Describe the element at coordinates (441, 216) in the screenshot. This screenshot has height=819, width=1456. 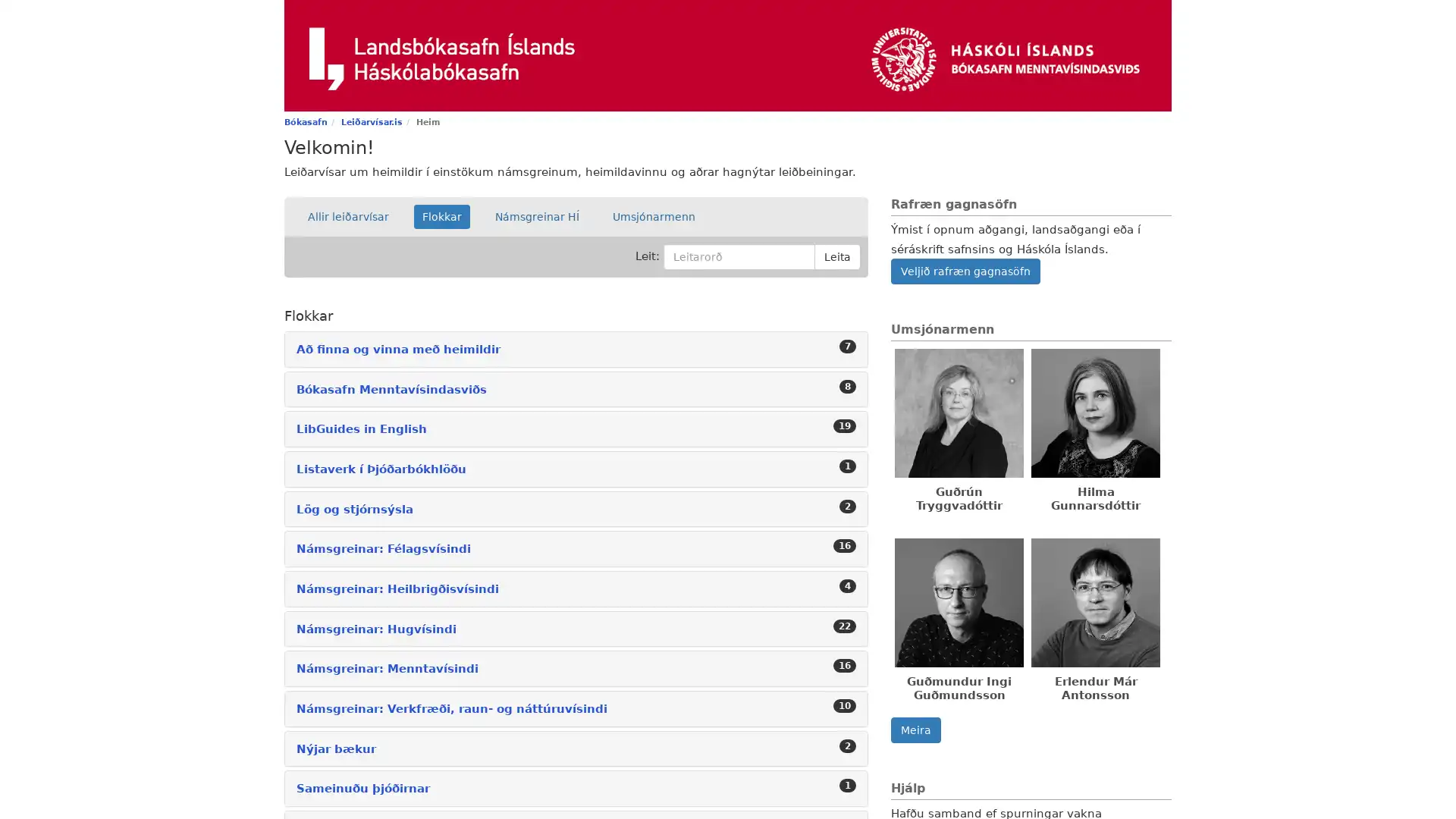
I see `Flokkar` at that location.